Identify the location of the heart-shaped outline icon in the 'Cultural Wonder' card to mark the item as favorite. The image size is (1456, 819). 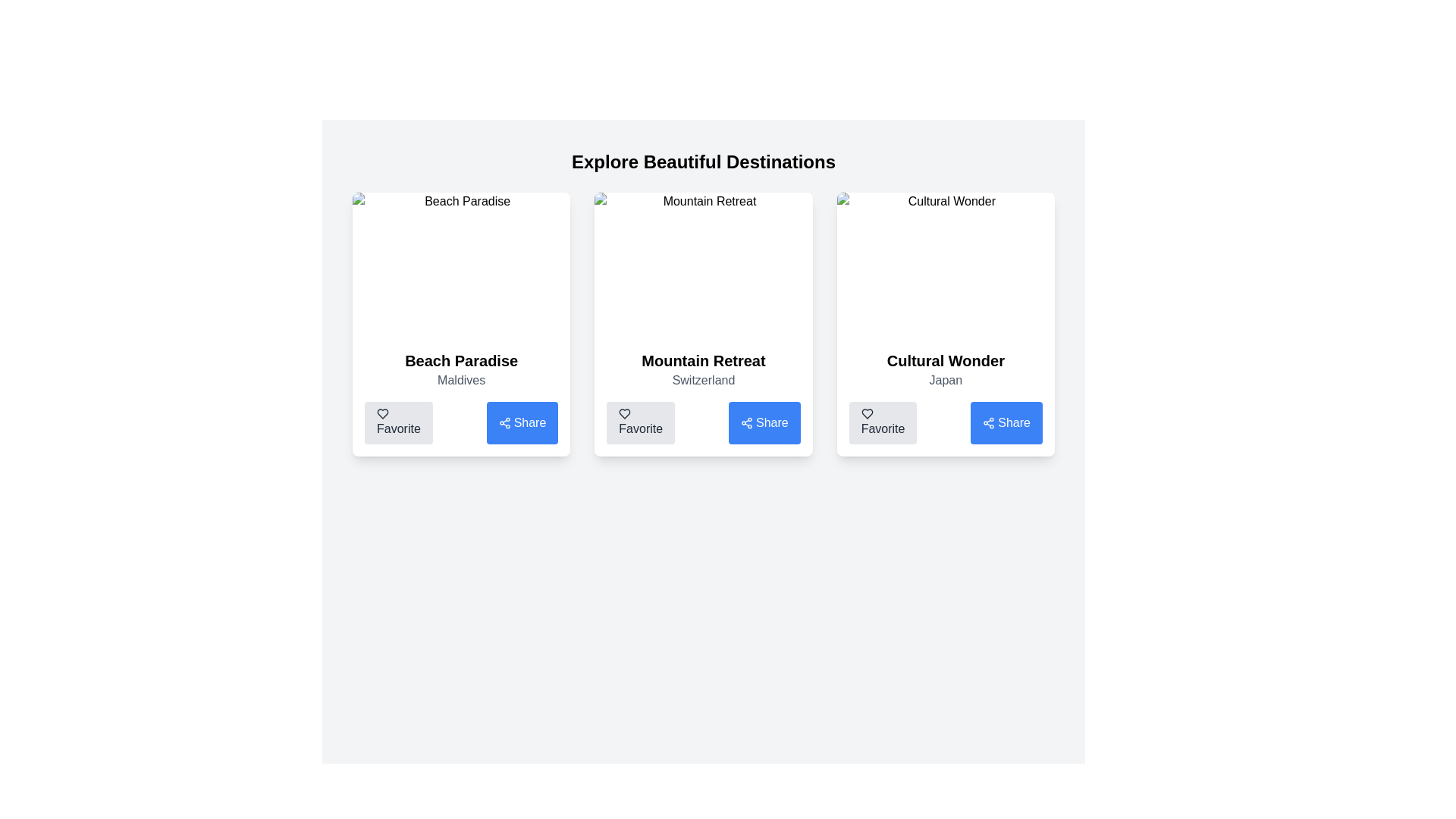
(867, 414).